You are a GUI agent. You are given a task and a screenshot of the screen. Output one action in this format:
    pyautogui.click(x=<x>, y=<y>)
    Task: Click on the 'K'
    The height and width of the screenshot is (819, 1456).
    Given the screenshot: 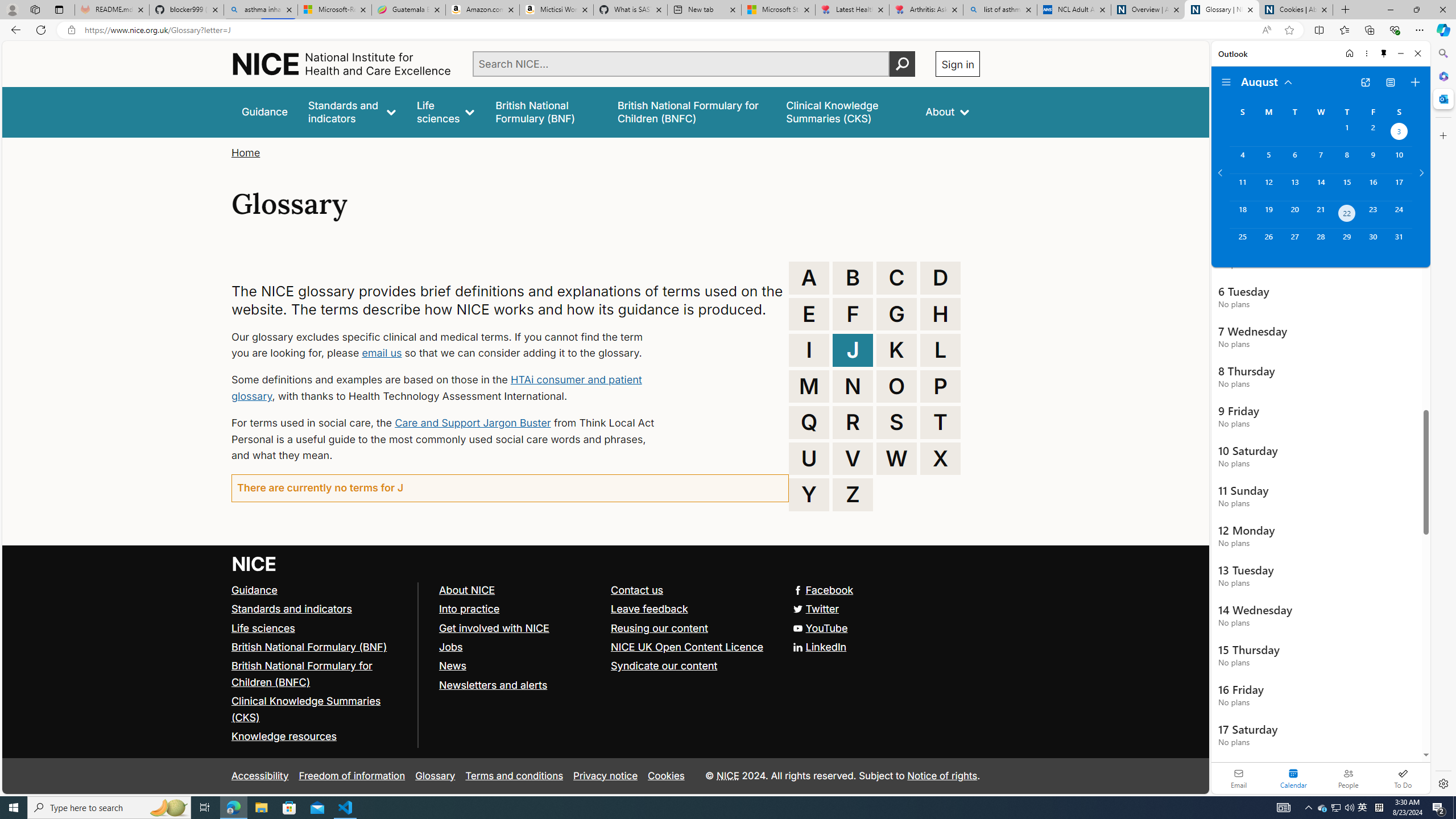 What is the action you would take?
    pyautogui.click(x=896, y=350)
    